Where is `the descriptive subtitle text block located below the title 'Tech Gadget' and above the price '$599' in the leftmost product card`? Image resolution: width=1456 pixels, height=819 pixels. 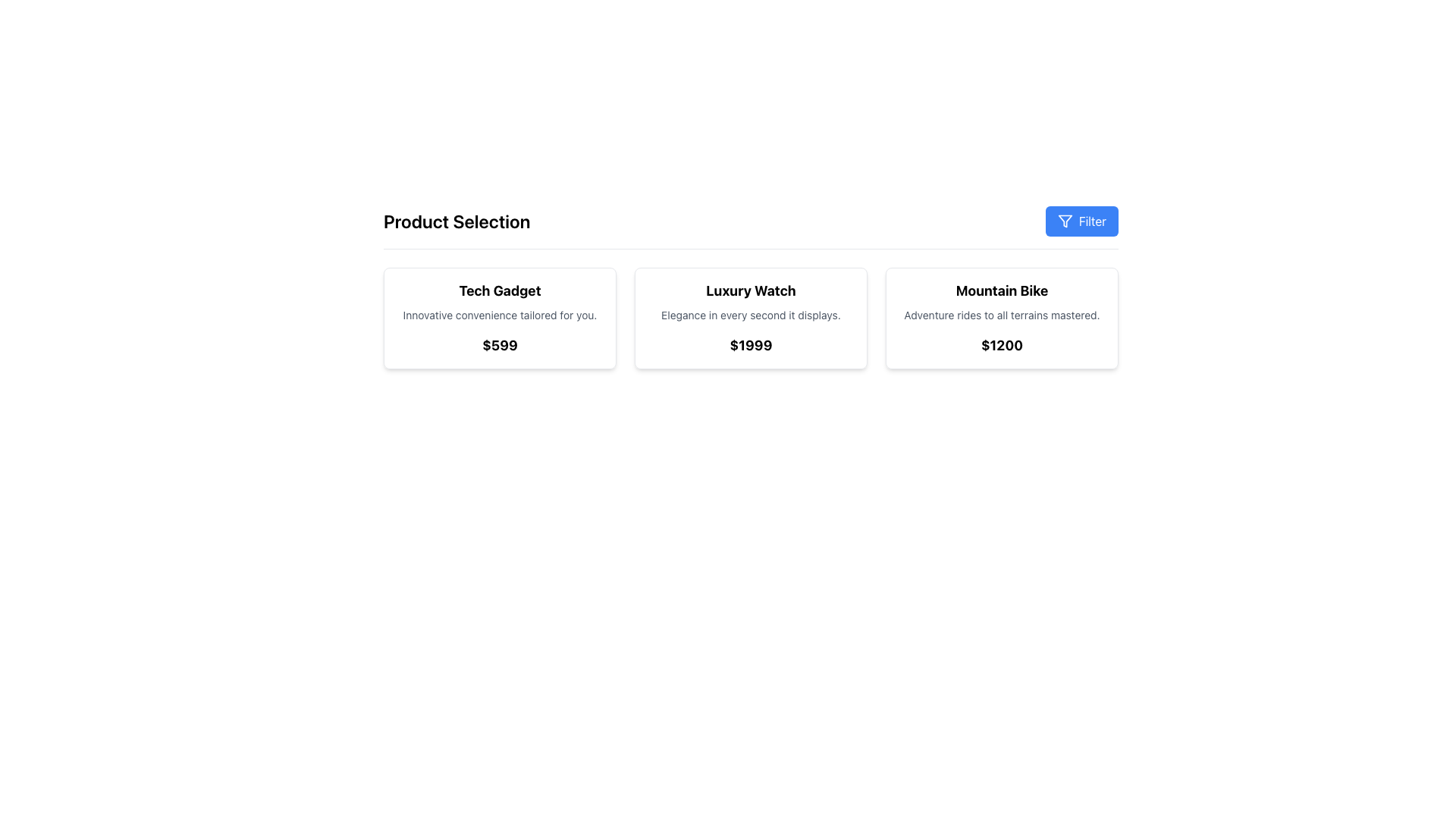
the descriptive subtitle text block located below the title 'Tech Gadget' and above the price '$599' in the leftmost product card is located at coordinates (500, 315).